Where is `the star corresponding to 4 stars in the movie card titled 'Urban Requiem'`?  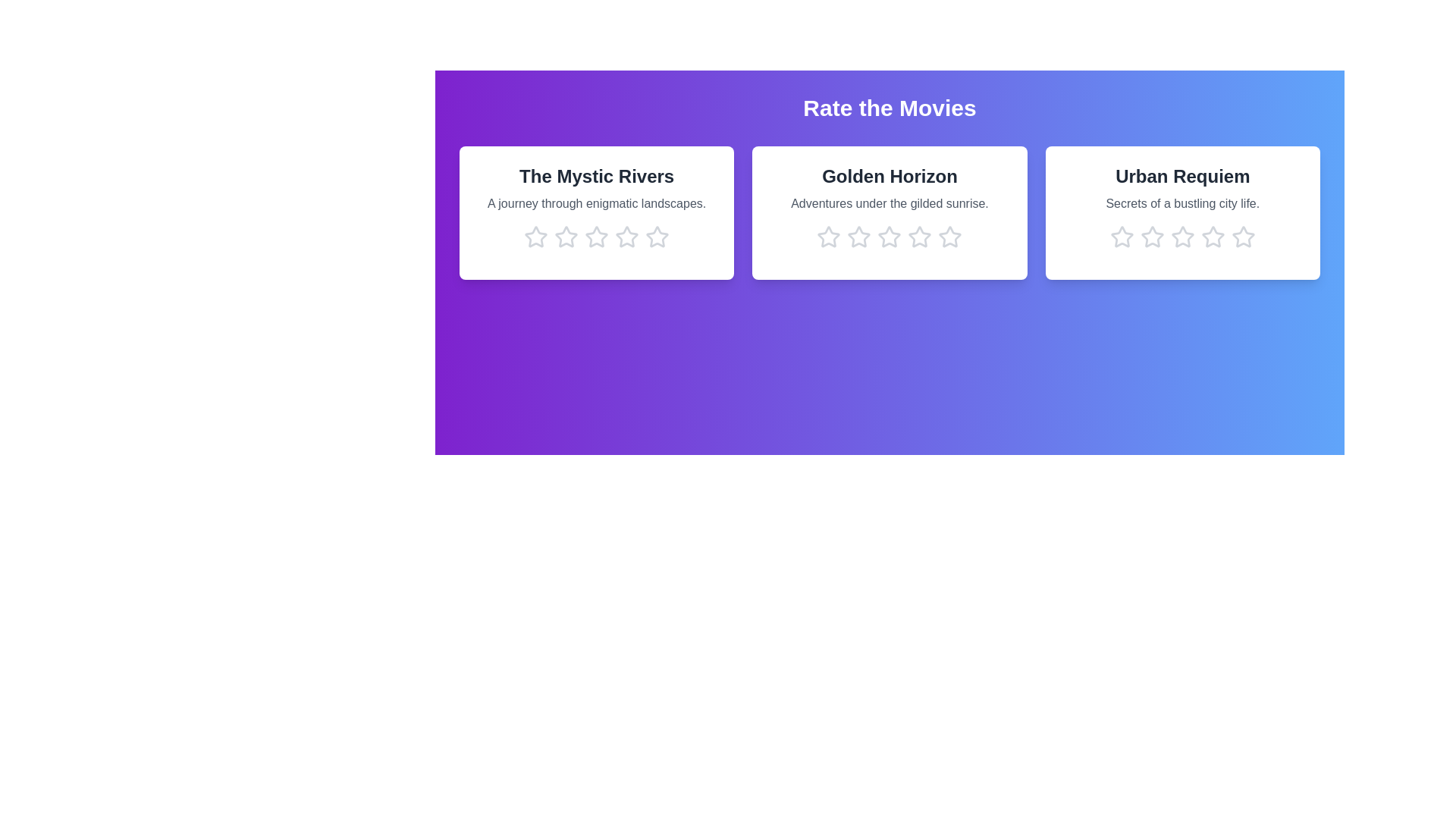 the star corresponding to 4 stars in the movie card titled 'Urban Requiem' is located at coordinates (1212, 237).